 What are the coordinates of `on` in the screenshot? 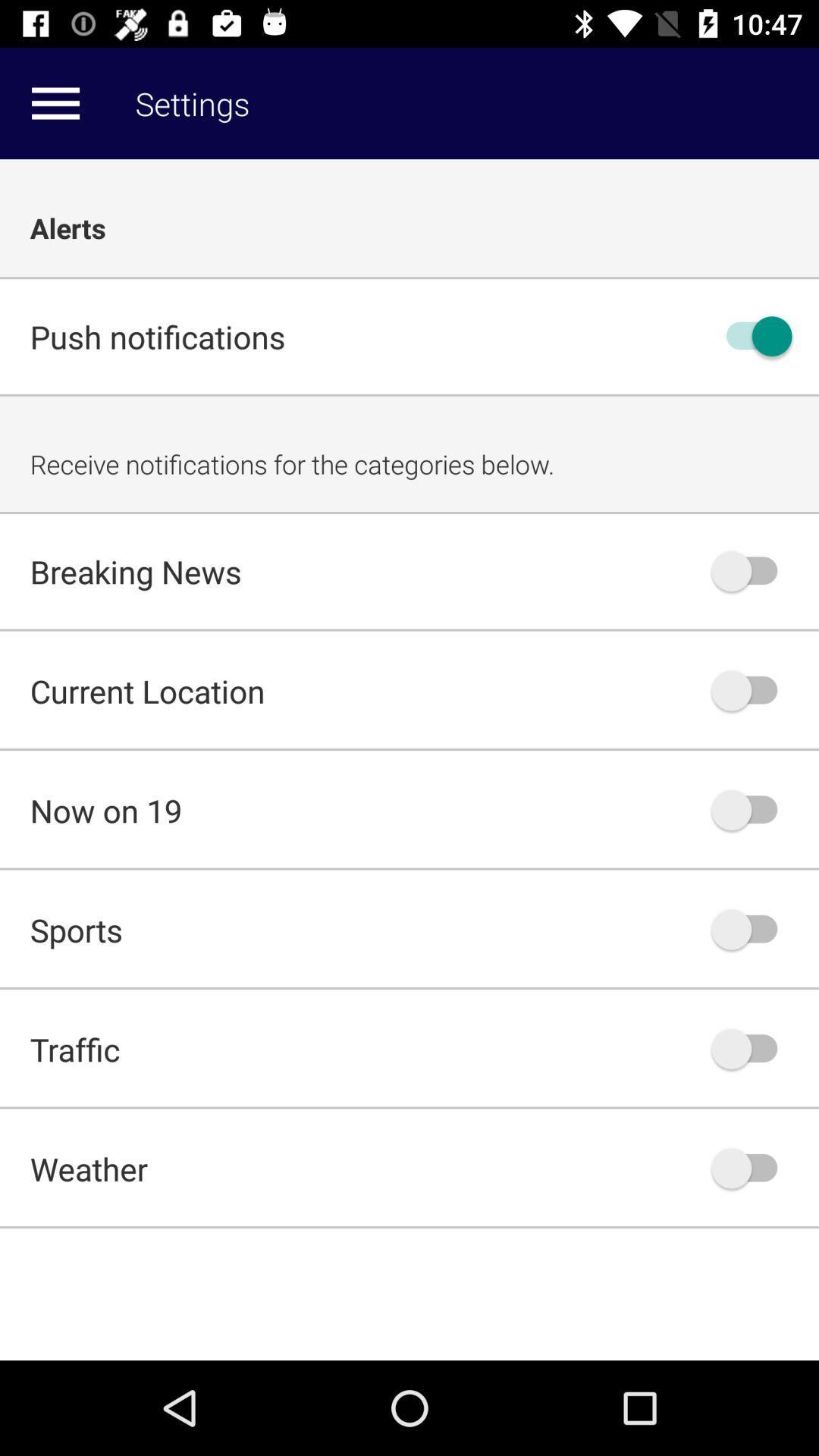 It's located at (752, 335).